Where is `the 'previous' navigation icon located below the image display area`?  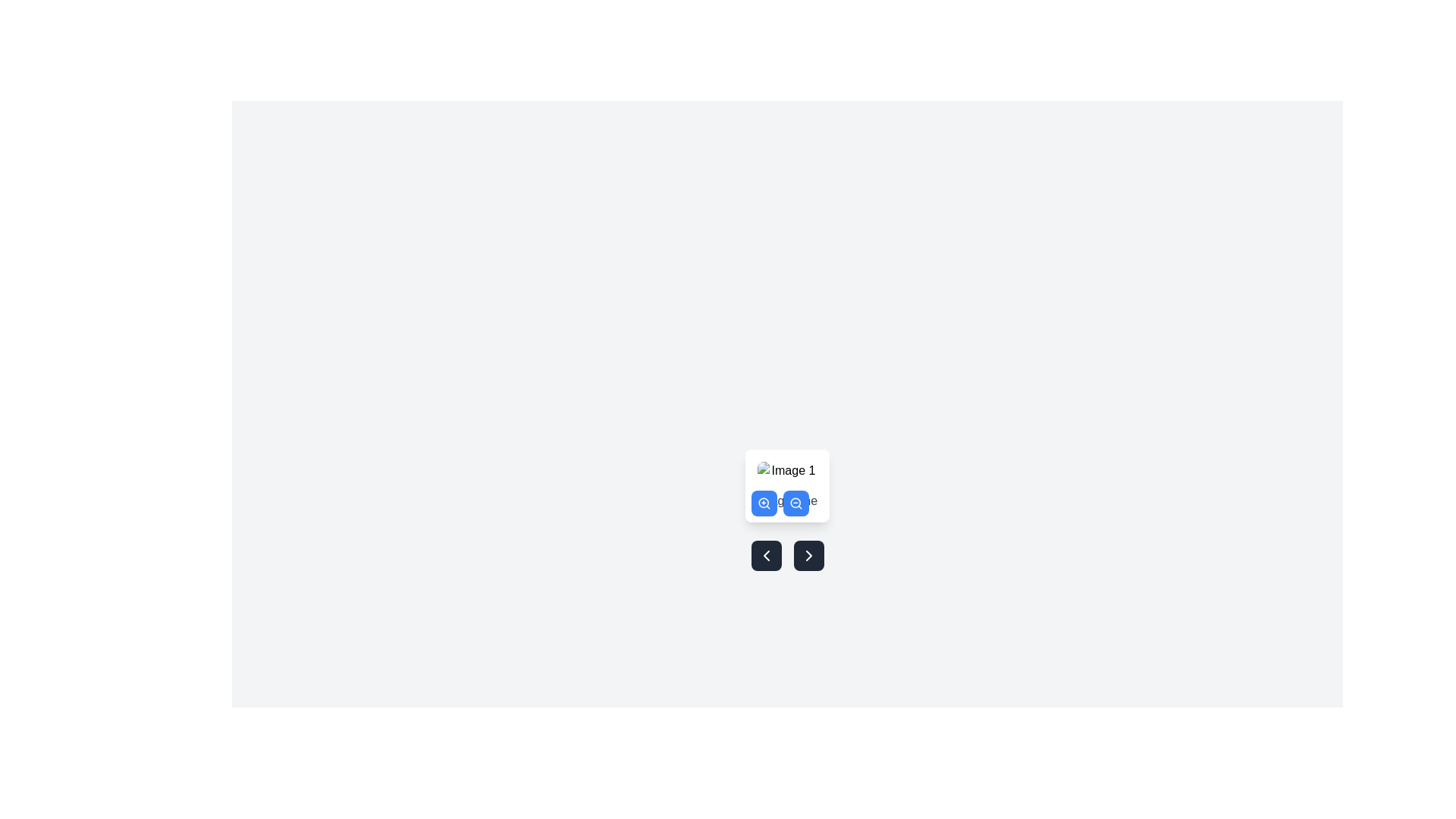
the 'previous' navigation icon located below the image display area is located at coordinates (766, 555).